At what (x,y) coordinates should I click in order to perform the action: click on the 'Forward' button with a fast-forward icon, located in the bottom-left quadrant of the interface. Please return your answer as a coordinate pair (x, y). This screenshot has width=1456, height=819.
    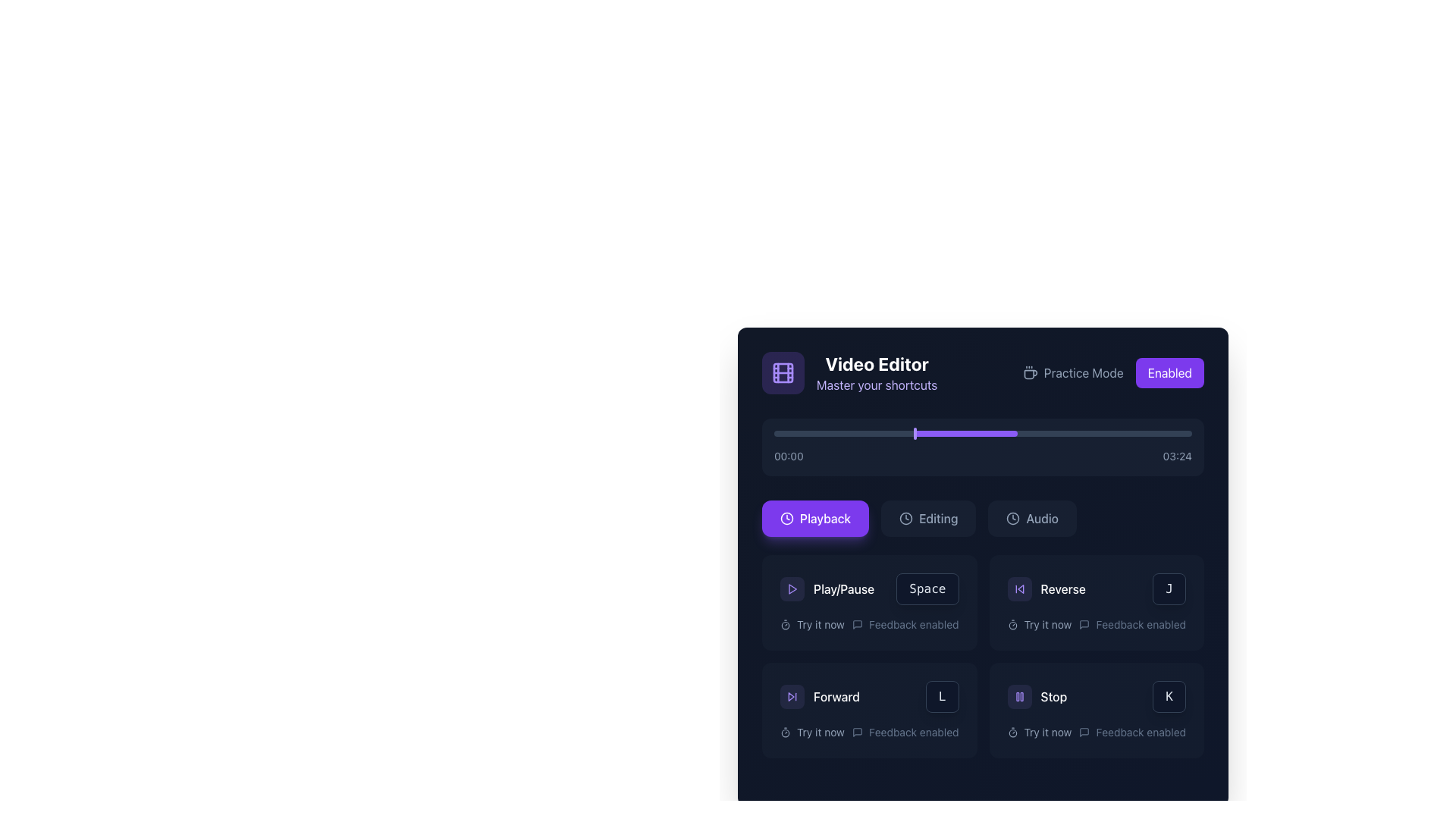
    Looking at the image, I should click on (819, 696).